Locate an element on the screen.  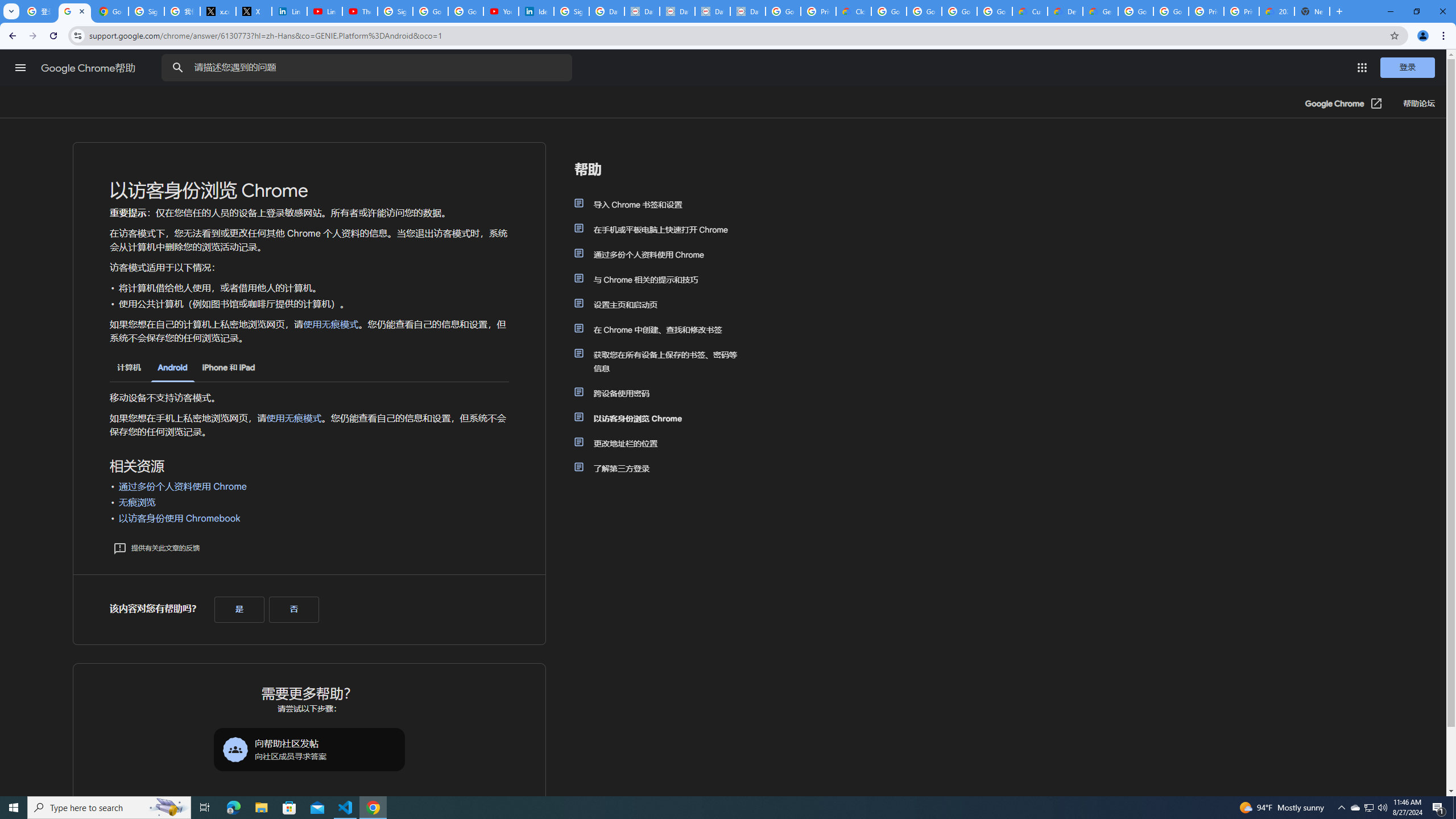
'Google Workspace - Specific Terms' is located at coordinates (959, 11).